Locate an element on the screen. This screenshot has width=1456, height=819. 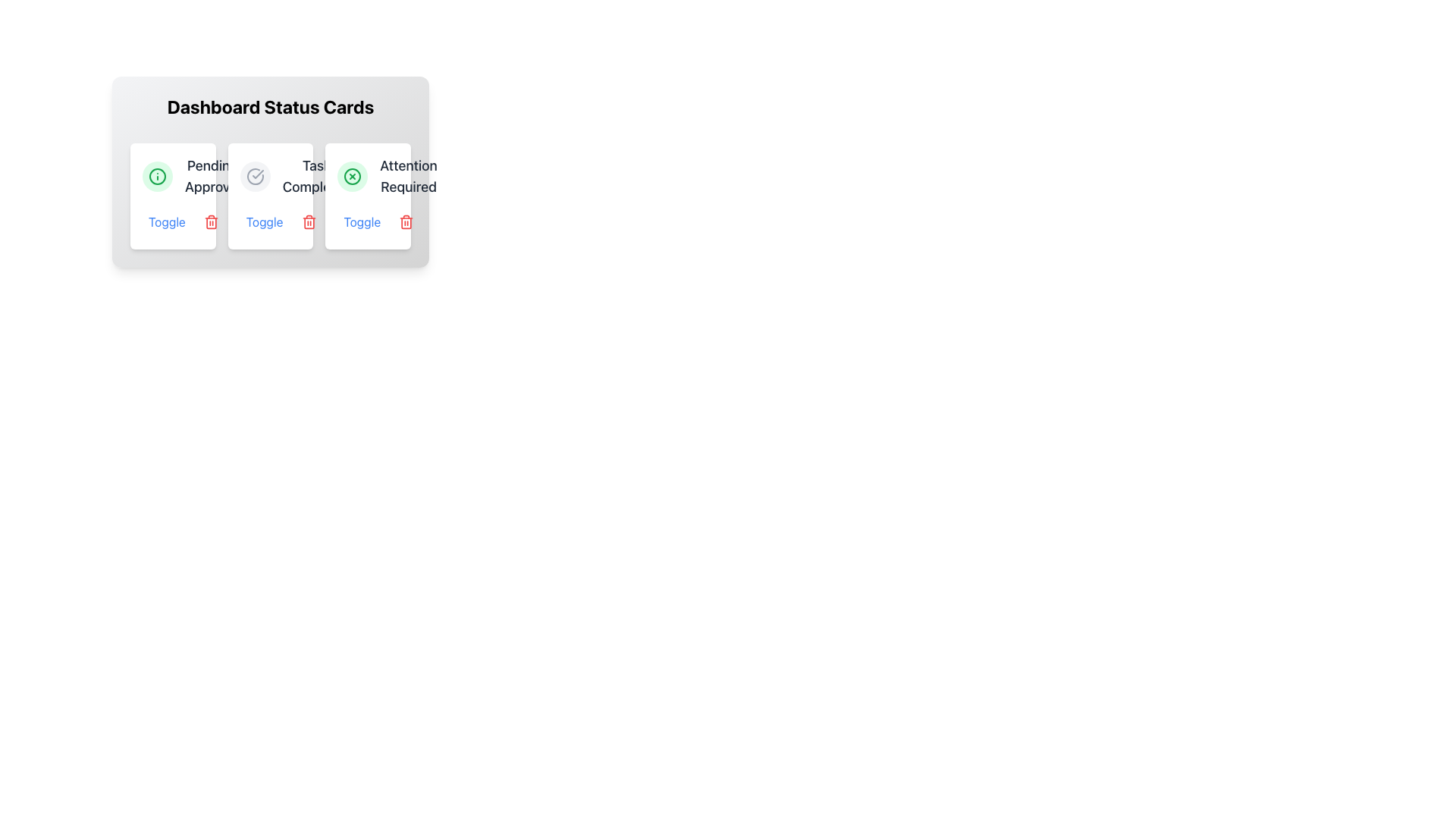
the red trash bin icon button located in the bottom-right corner of the 'Pending Approval' status card is located at coordinates (210, 222).